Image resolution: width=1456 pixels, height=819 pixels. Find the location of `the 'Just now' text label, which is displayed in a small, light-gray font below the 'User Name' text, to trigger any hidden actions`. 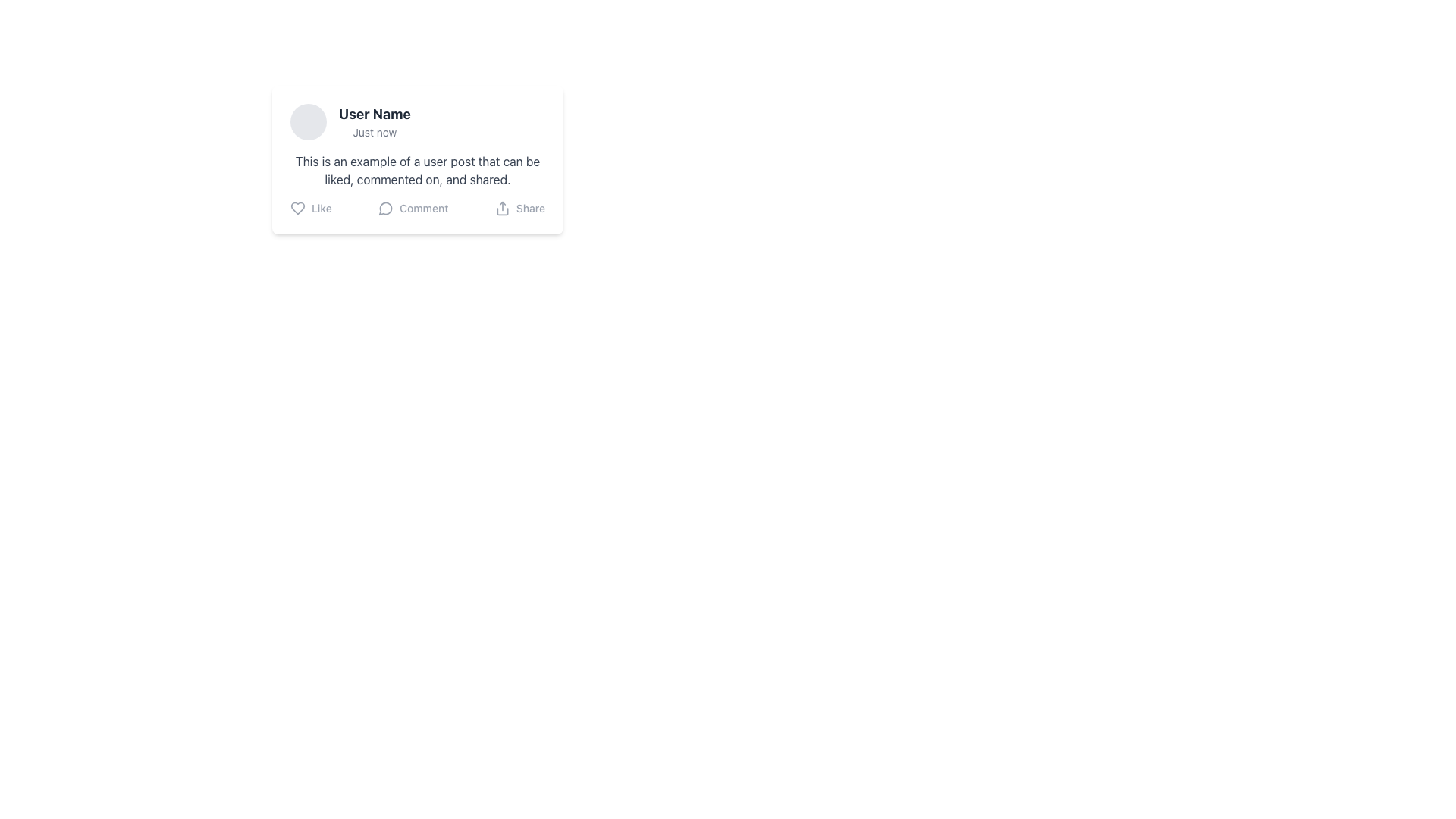

the 'Just now' text label, which is displayed in a small, light-gray font below the 'User Name' text, to trigger any hidden actions is located at coordinates (375, 131).